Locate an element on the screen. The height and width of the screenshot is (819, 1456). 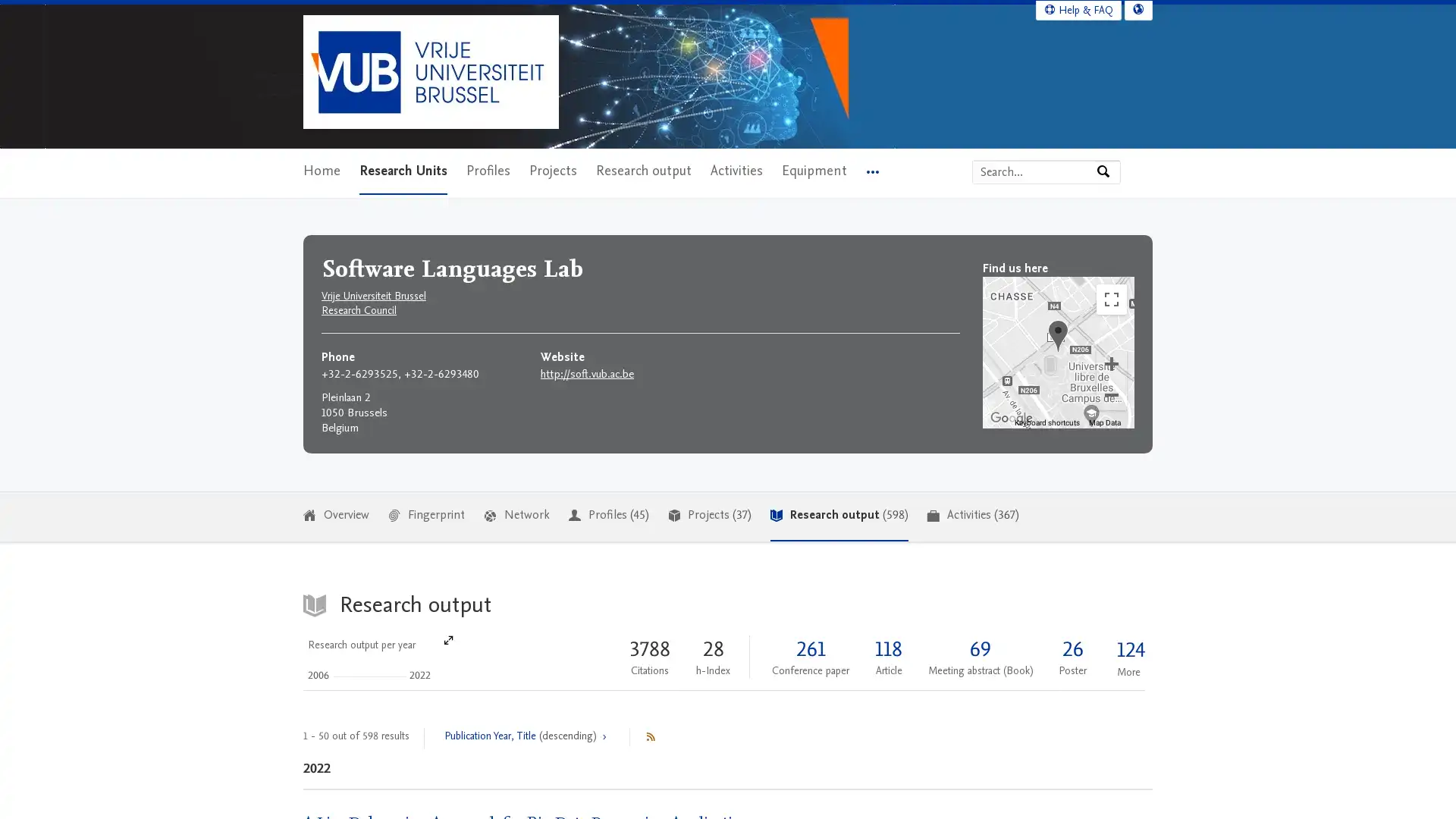
Zoom out is located at coordinates (1111, 394).